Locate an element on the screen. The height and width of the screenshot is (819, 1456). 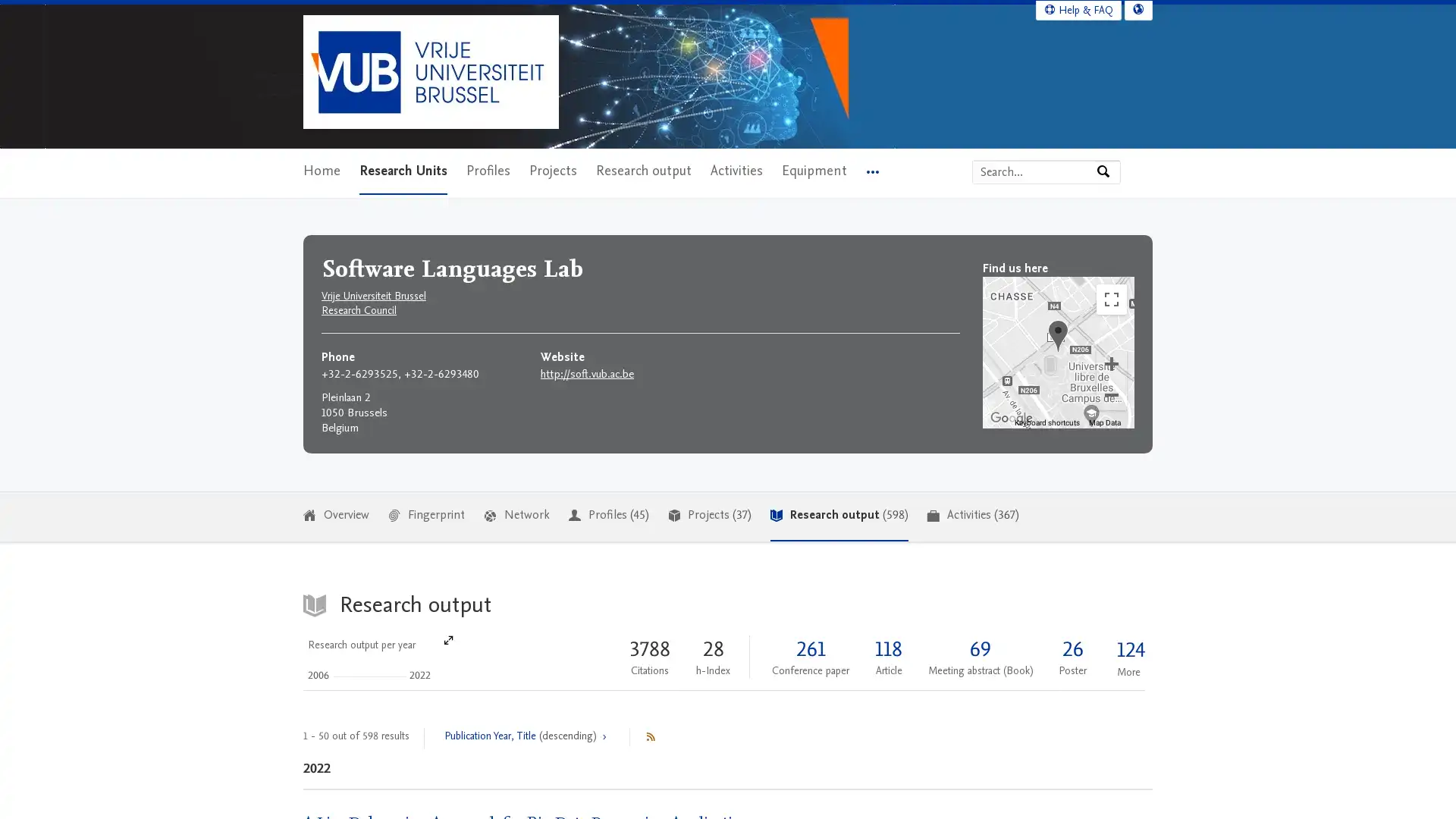
Zoom out is located at coordinates (1111, 394).